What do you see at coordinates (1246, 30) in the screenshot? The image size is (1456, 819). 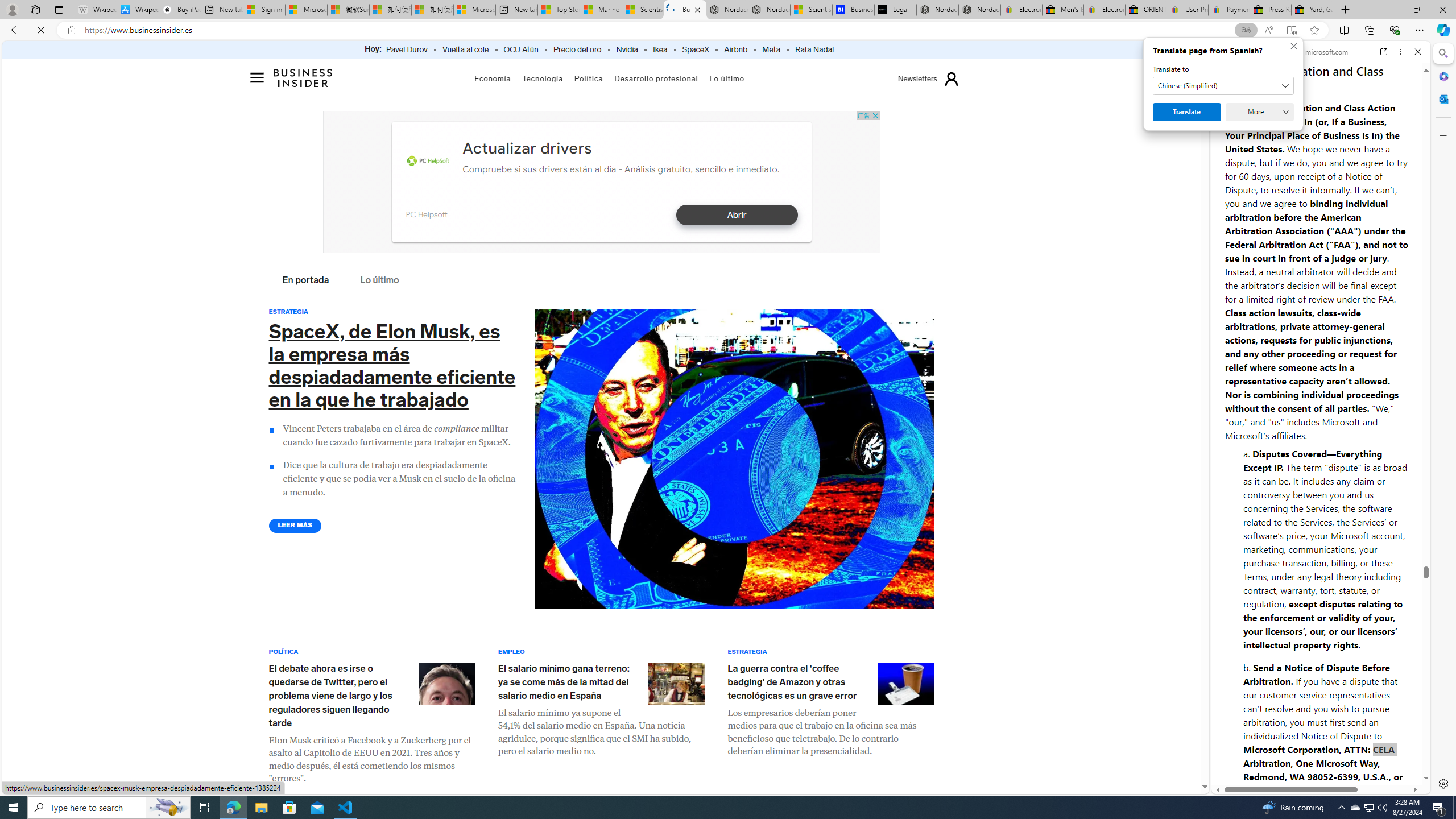 I see `'Show translate options'` at bounding box center [1246, 30].